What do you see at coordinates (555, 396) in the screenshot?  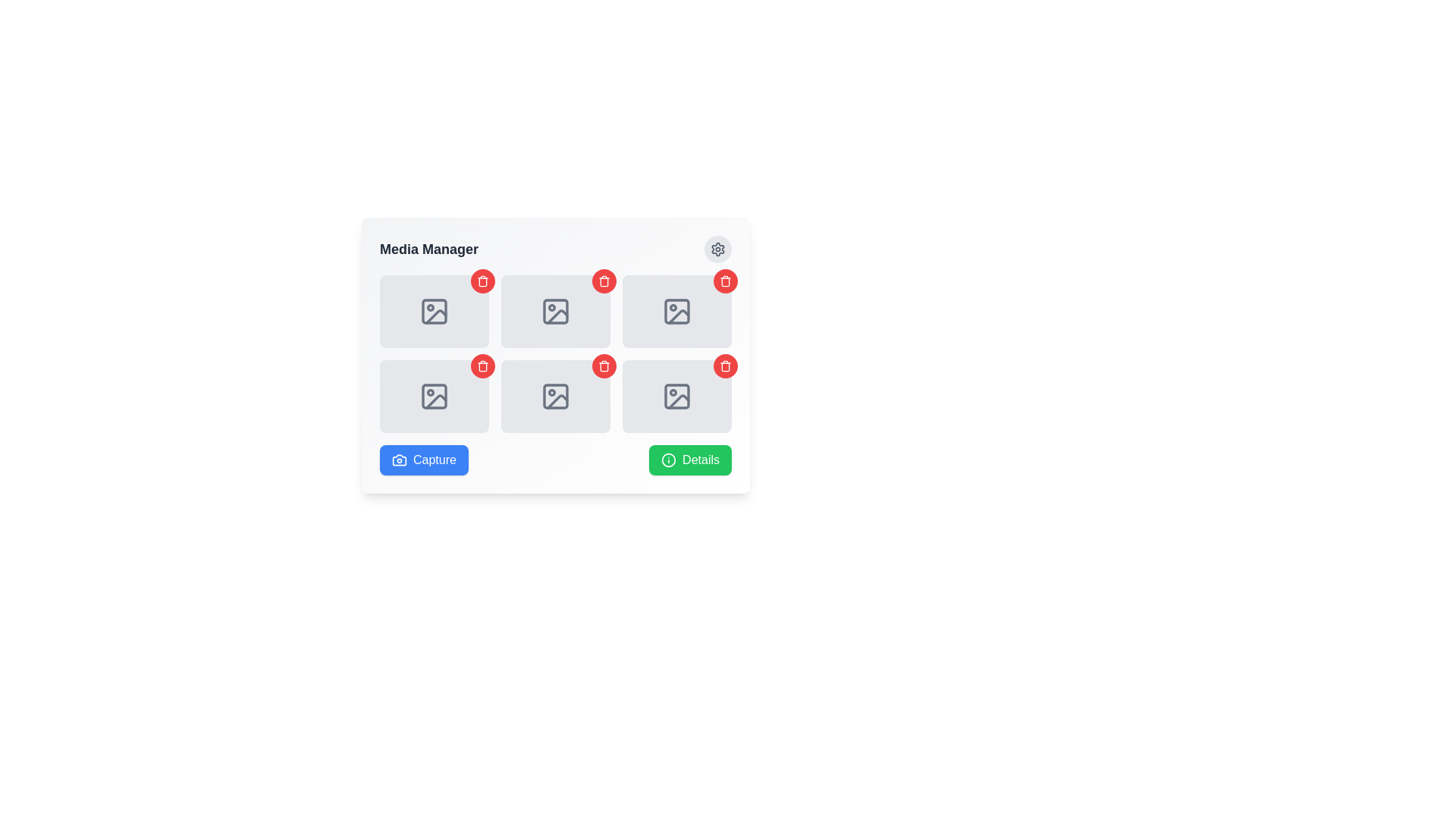 I see `the image placeholder element located in the second row and second column of the grid layout` at bounding box center [555, 396].